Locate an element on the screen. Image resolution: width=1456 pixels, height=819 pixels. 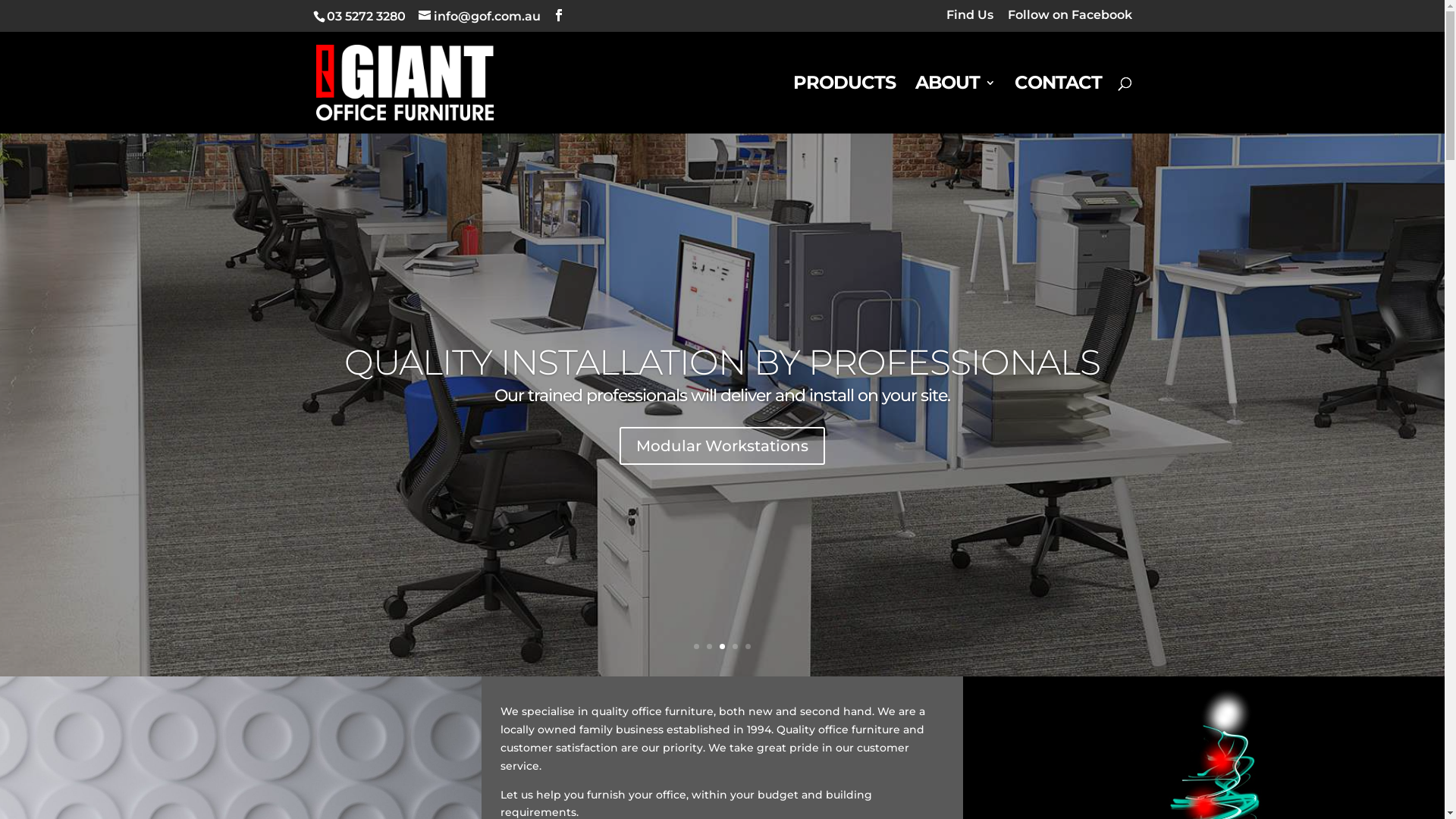
'info@gof.com.au' is located at coordinates (479, 16).